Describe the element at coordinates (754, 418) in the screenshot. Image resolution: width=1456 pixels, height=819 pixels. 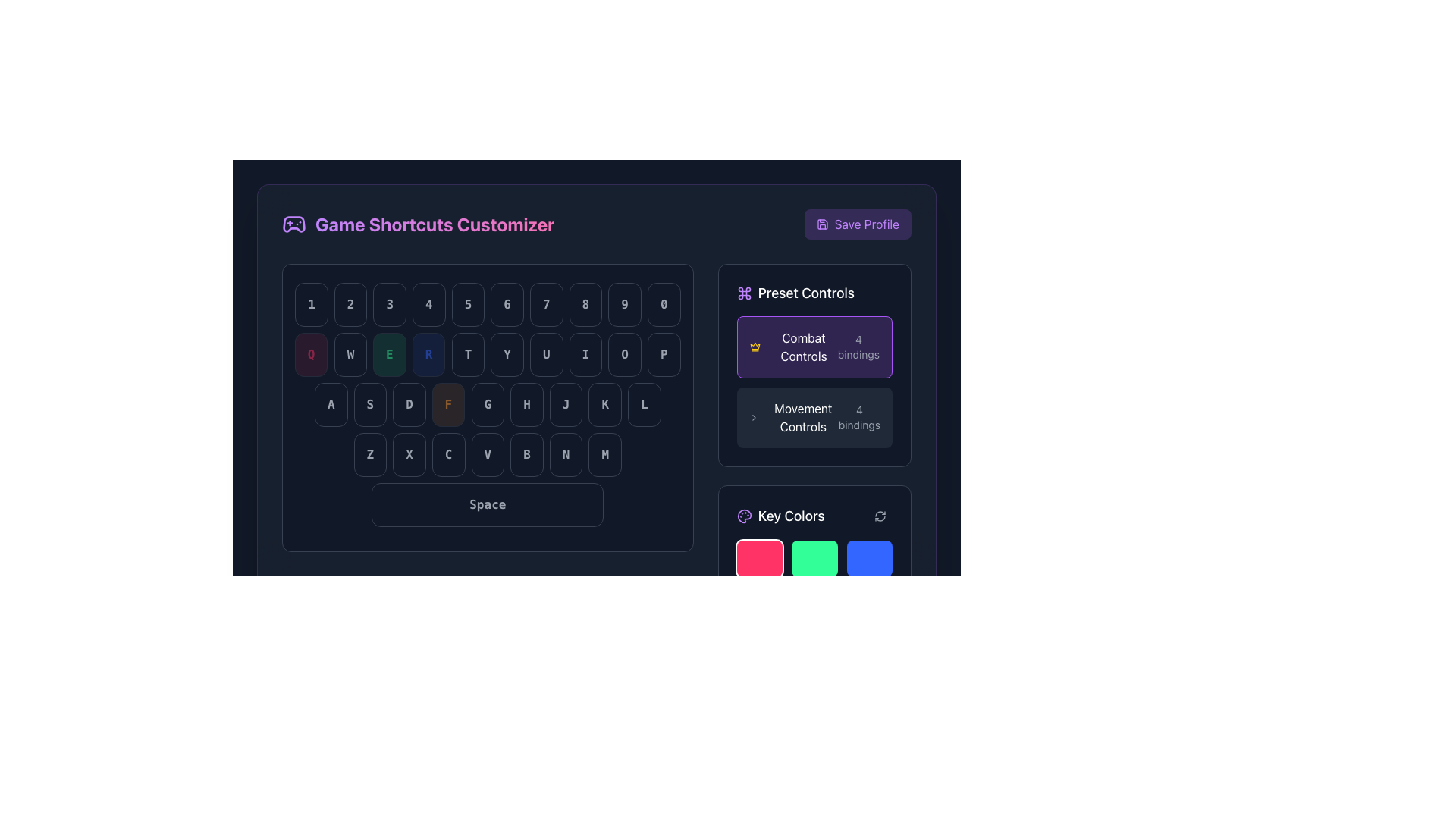
I see `the navigation arrow icon located in the right-side panel under 'Preset Controls', immediately left of the 'Movement Controls' text` at that location.